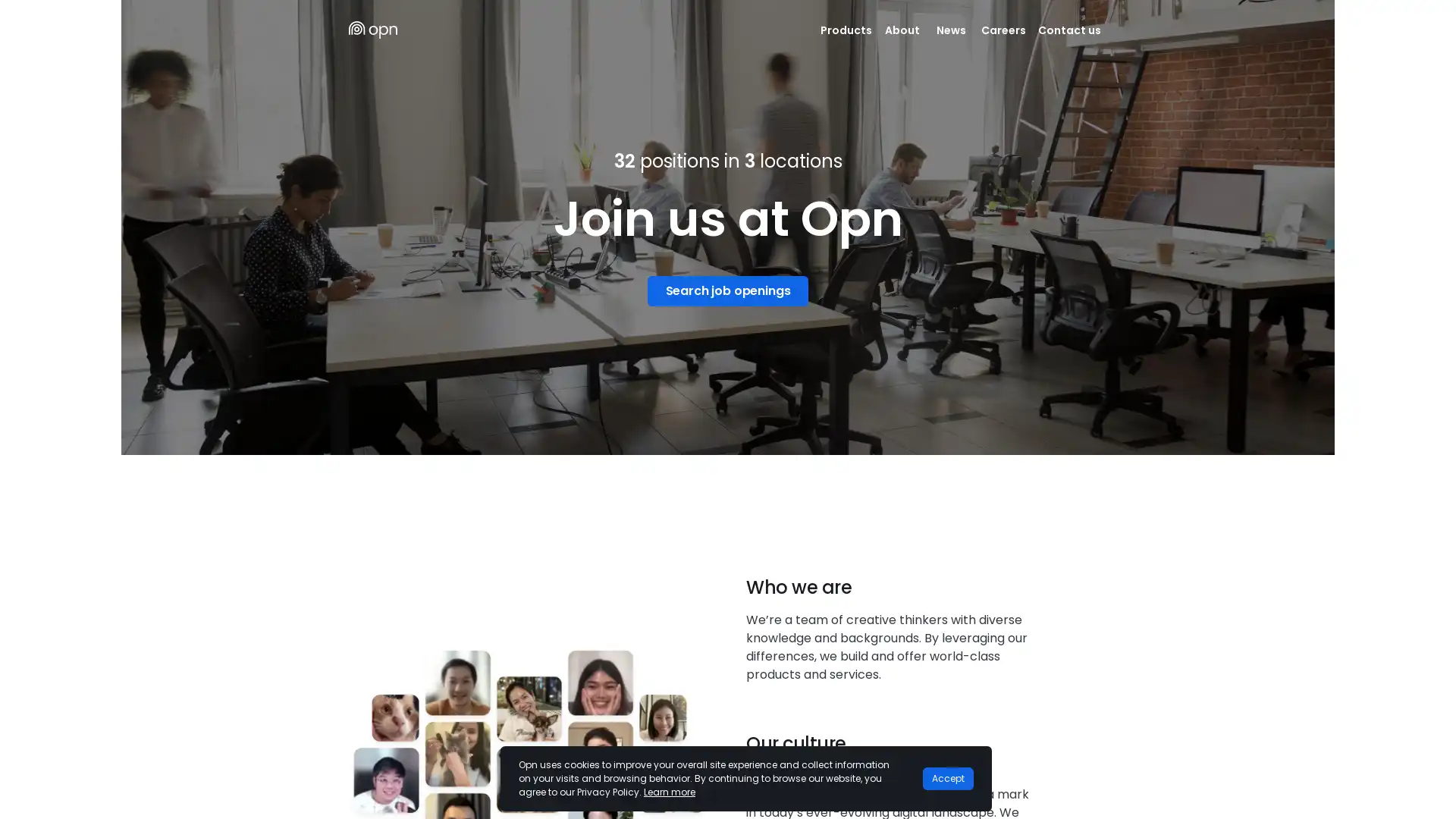  What do you see at coordinates (846, 30) in the screenshot?
I see `Products` at bounding box center [846, 30].